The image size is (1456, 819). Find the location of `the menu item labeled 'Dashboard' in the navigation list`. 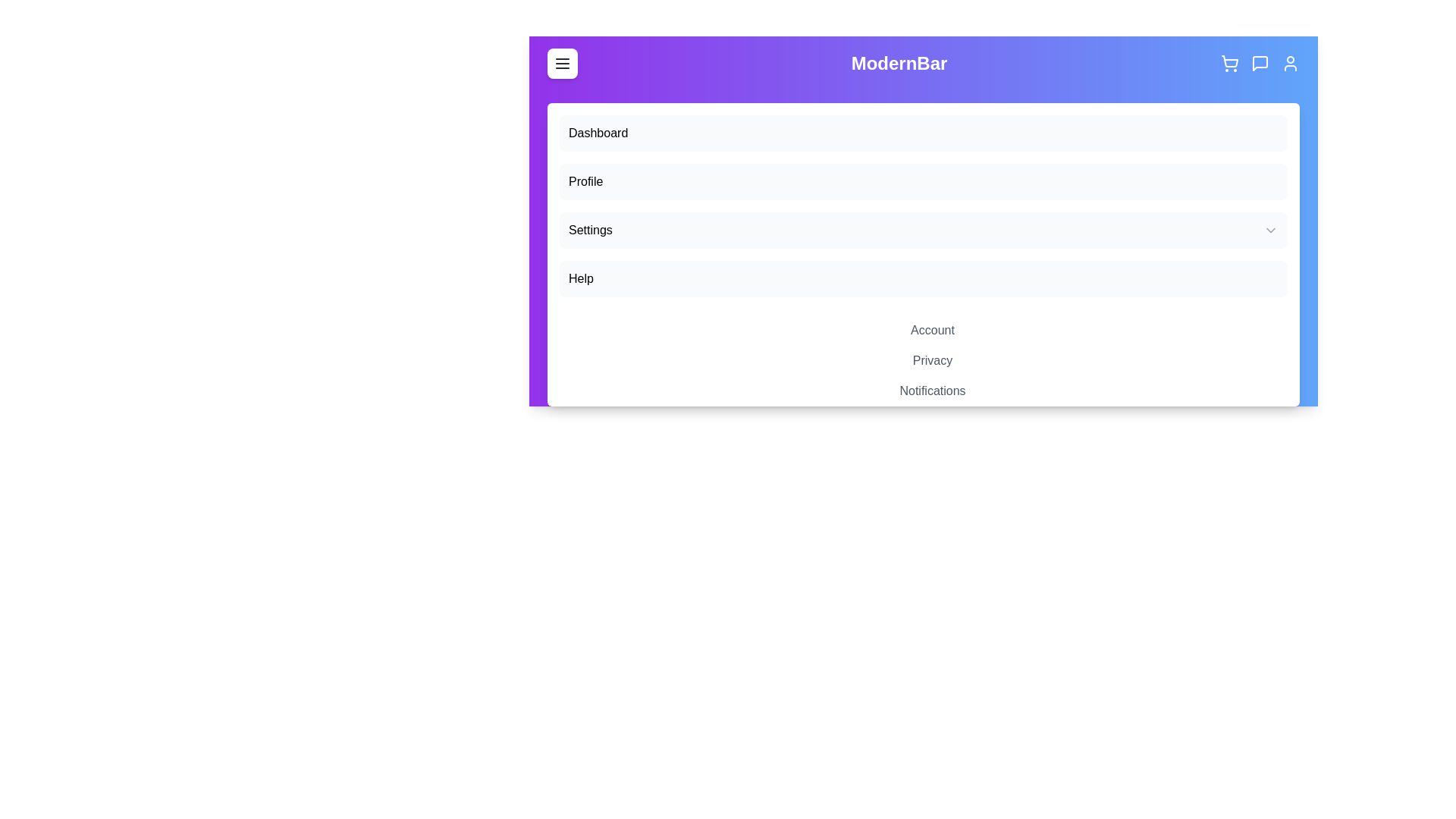

the menu item labeled 'Dashboard' in the navigation list is located at coordinates (923, 133).